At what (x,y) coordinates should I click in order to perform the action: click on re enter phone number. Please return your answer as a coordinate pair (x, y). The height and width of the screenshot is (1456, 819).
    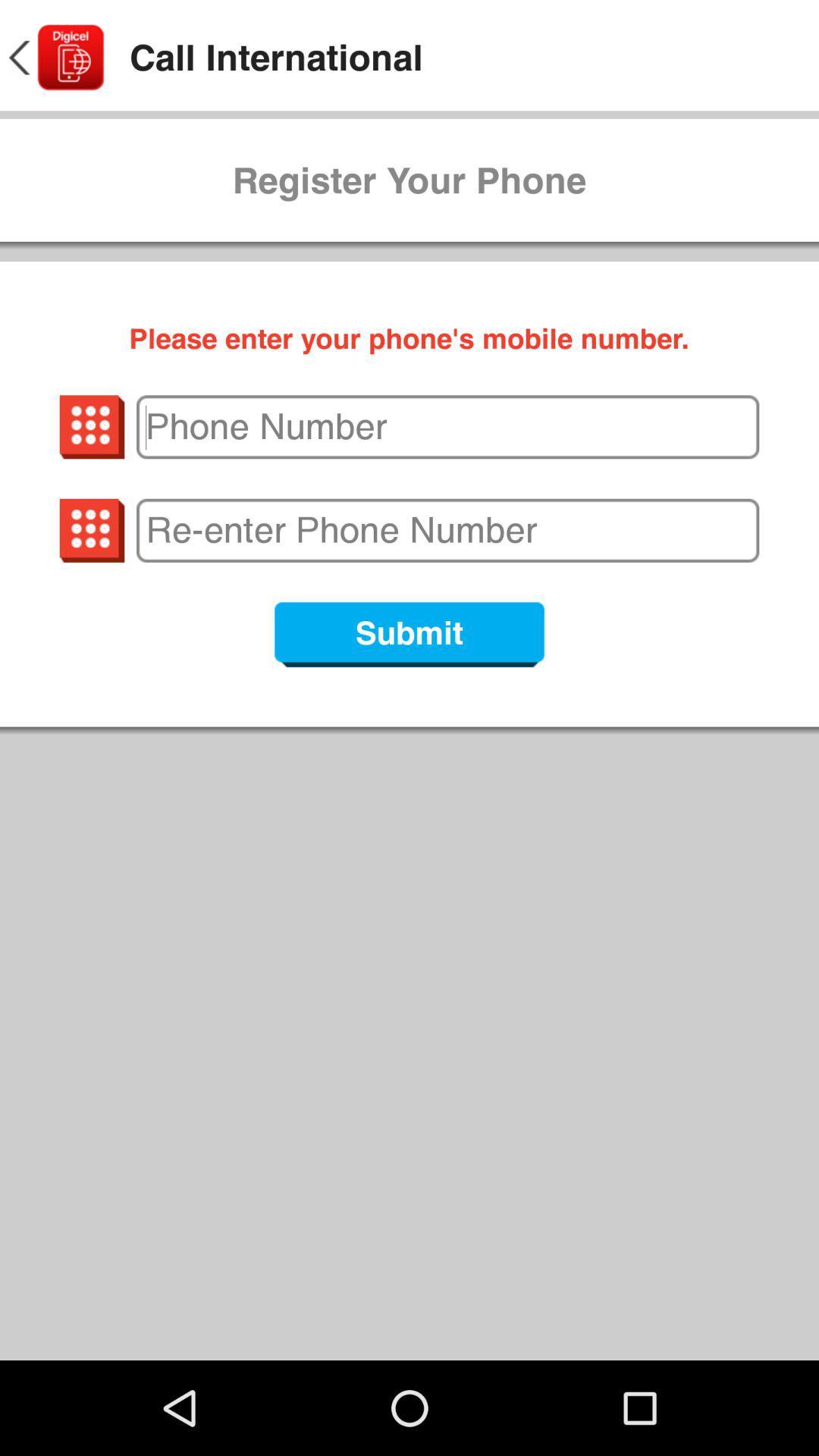
    Looking at the image, I should click on (447, 530).